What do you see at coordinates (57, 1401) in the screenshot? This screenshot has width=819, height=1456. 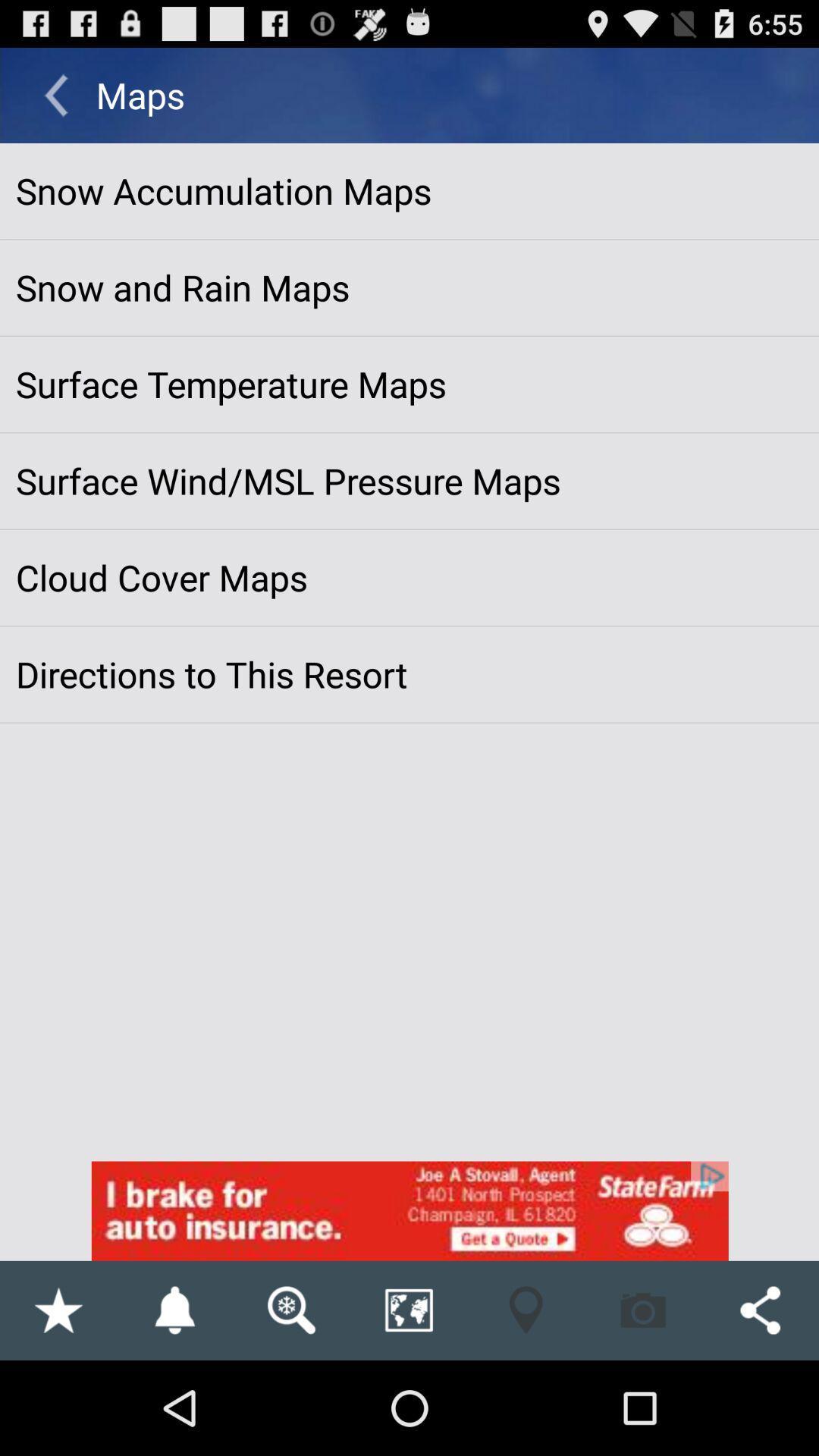 I see `the star icon` at bounding box center [57, 1401].